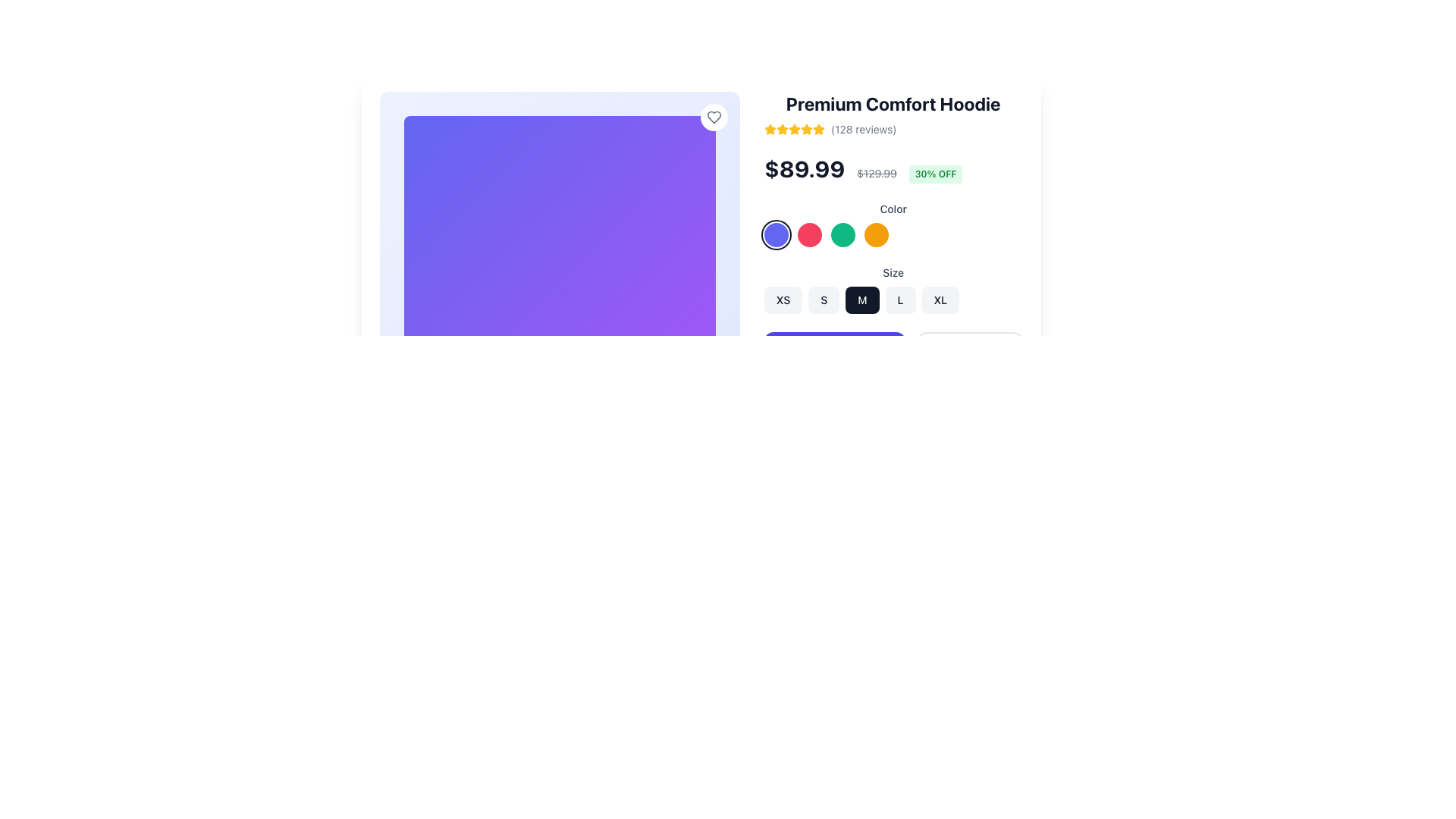 The width and height of the screenshot is (1456, 819). What do you see at coordinates (900, 300) in the screenshot?
I see `the rectangular button labeled 'L' with a light gray background` at bounding box center [900, 300].